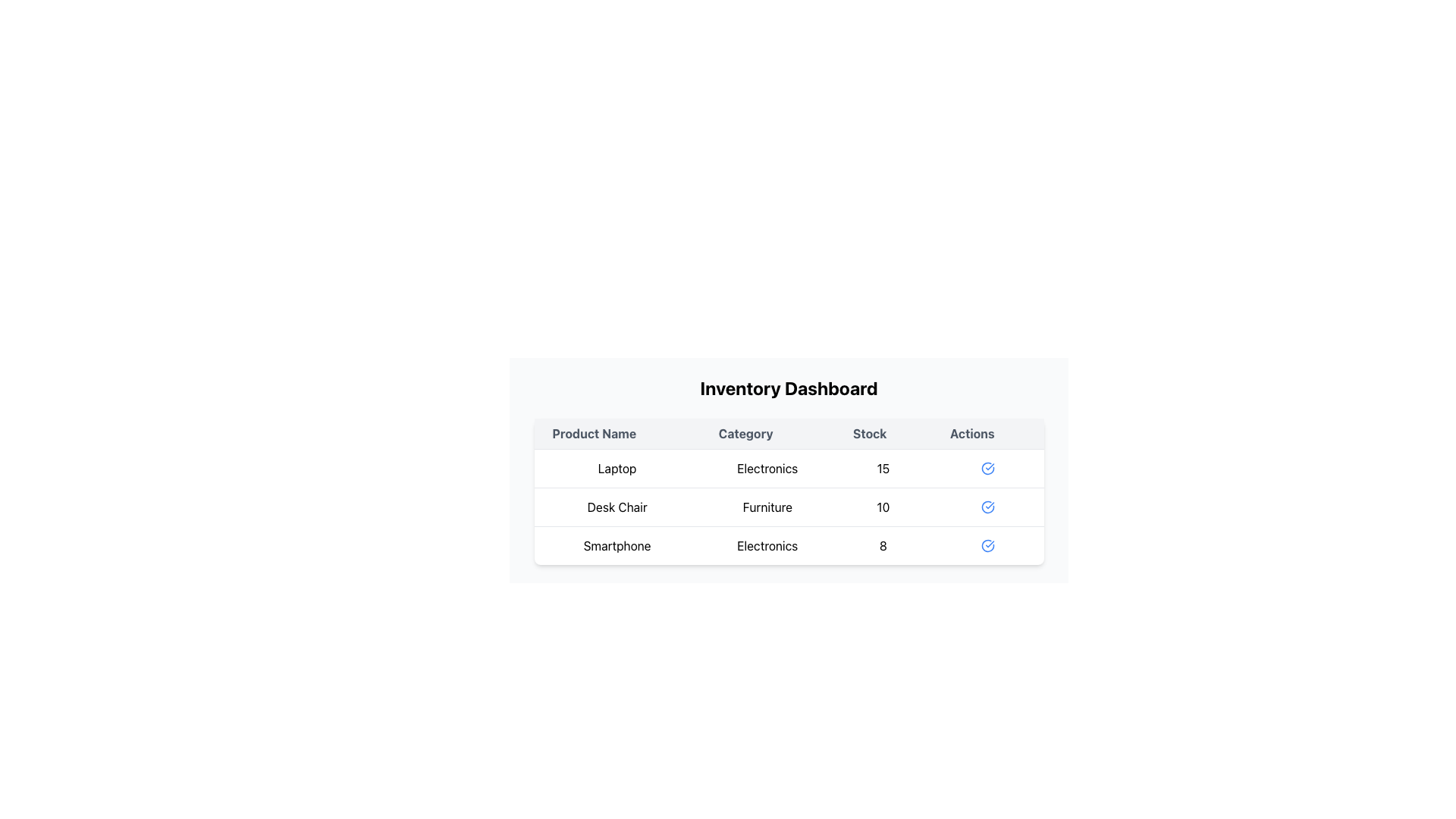  I want to click on the 'Product Name' text label located at the top-left corner of the table, so click(617, 434).